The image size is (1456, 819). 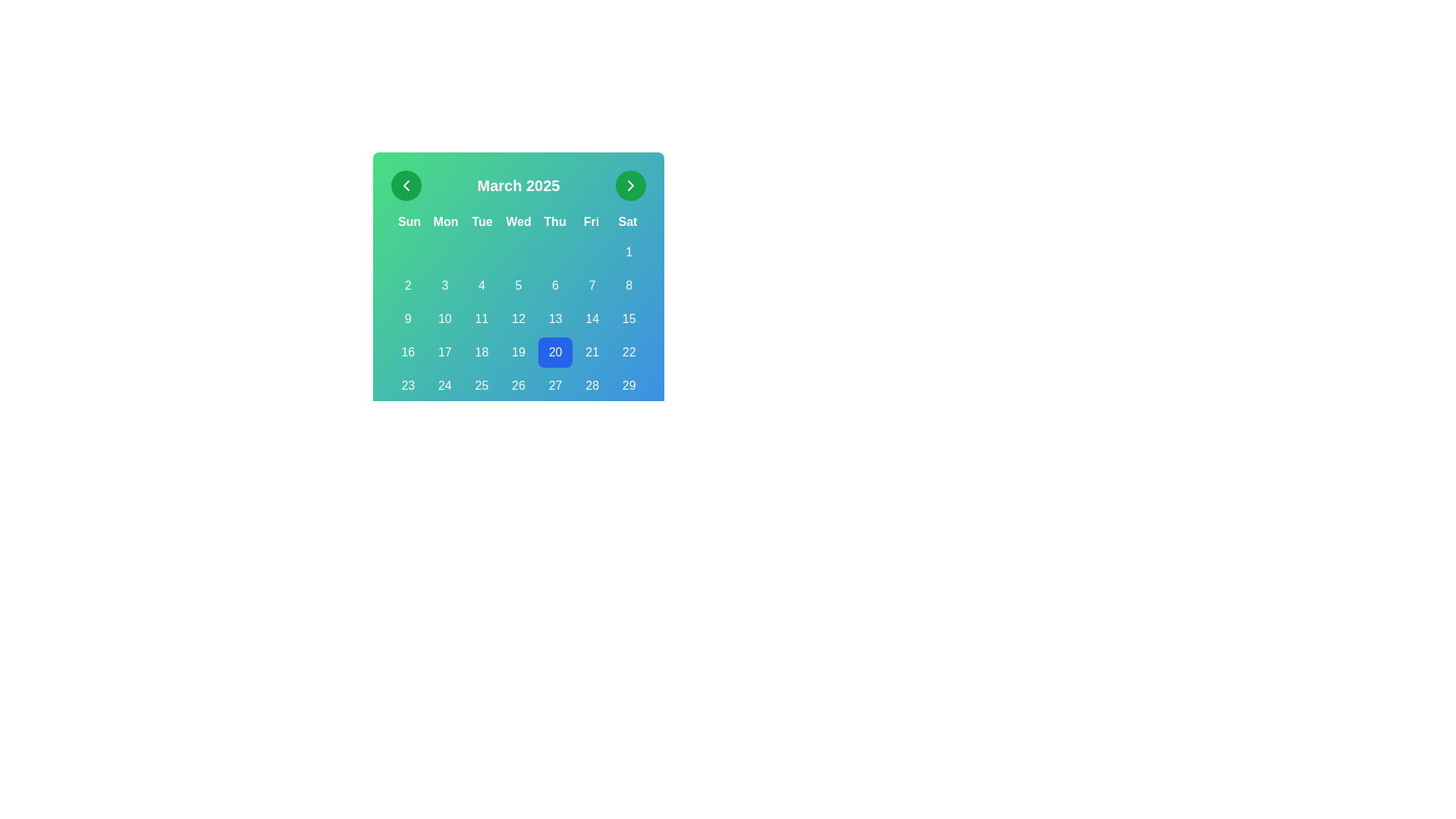 What do you see at coordinates (591, 353) in the screenshot?
I see `the interactive button representing the 21st date in the calendar grid located in the 5th row and 6th column` at bounding box center [591, 353].